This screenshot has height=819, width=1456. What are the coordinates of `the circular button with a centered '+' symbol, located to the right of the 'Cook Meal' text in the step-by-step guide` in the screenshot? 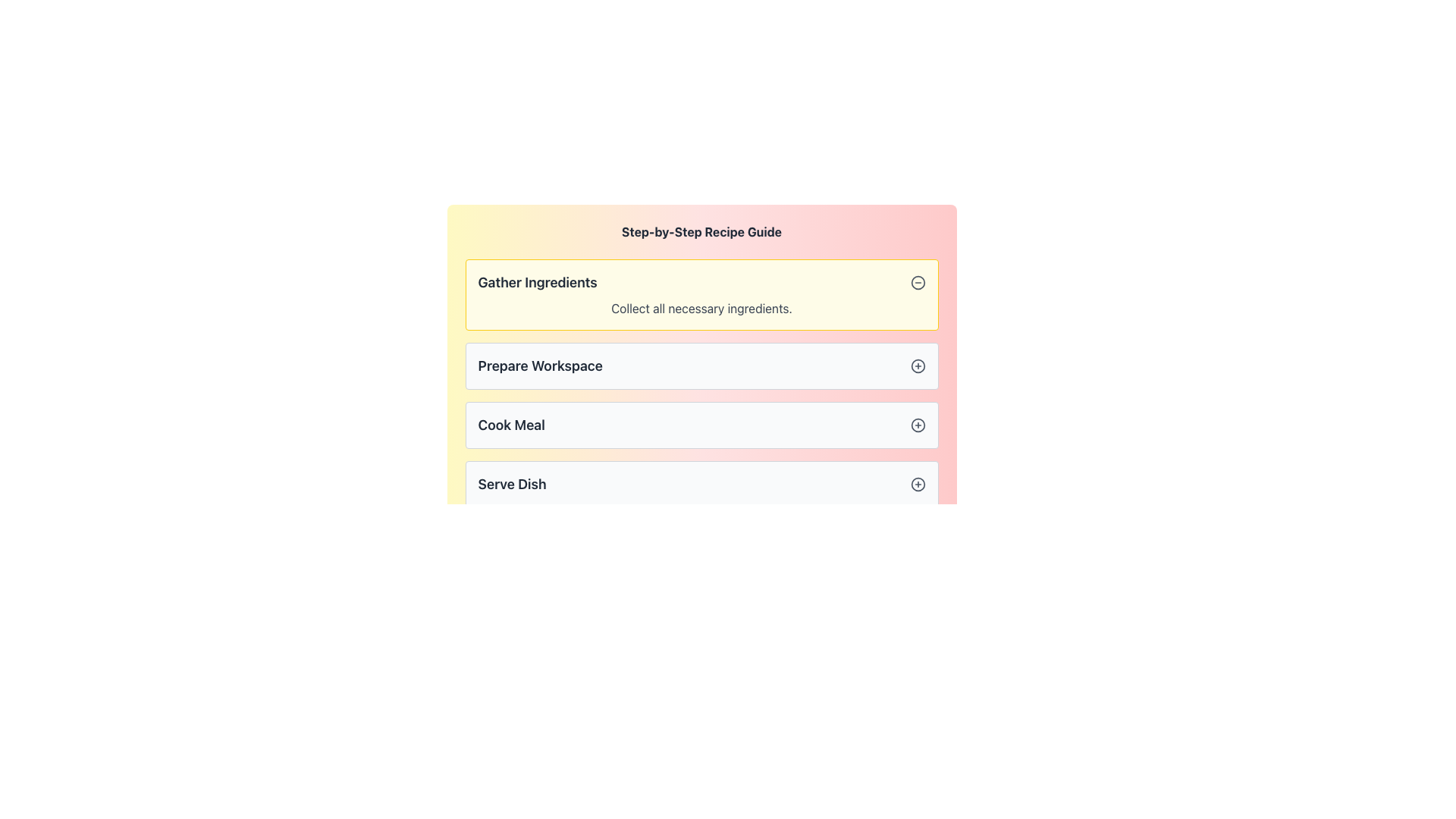 It's located at (917, 425).